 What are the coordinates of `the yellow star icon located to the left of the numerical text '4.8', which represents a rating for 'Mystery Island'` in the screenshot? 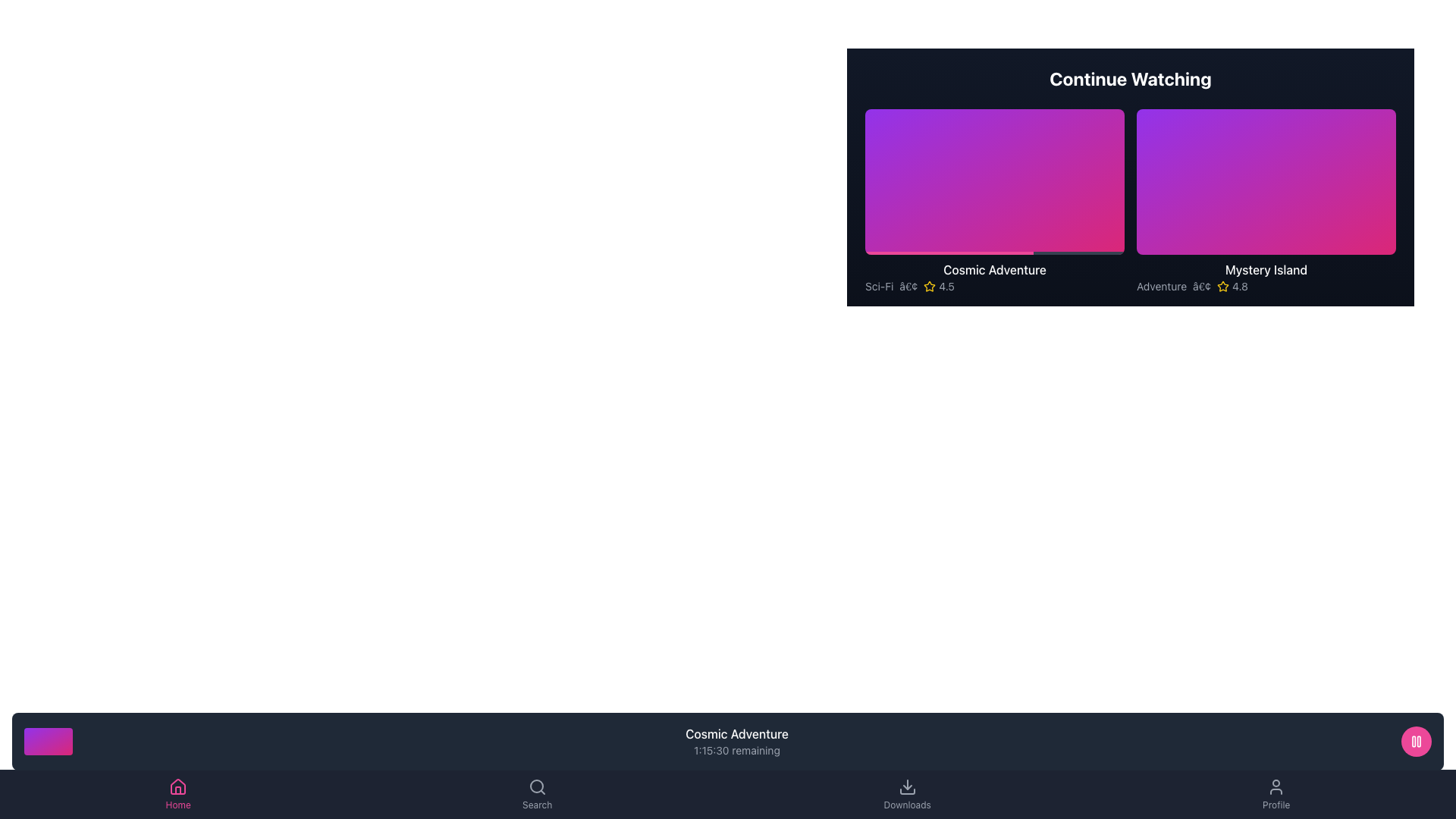 It's located at (1223, 287).